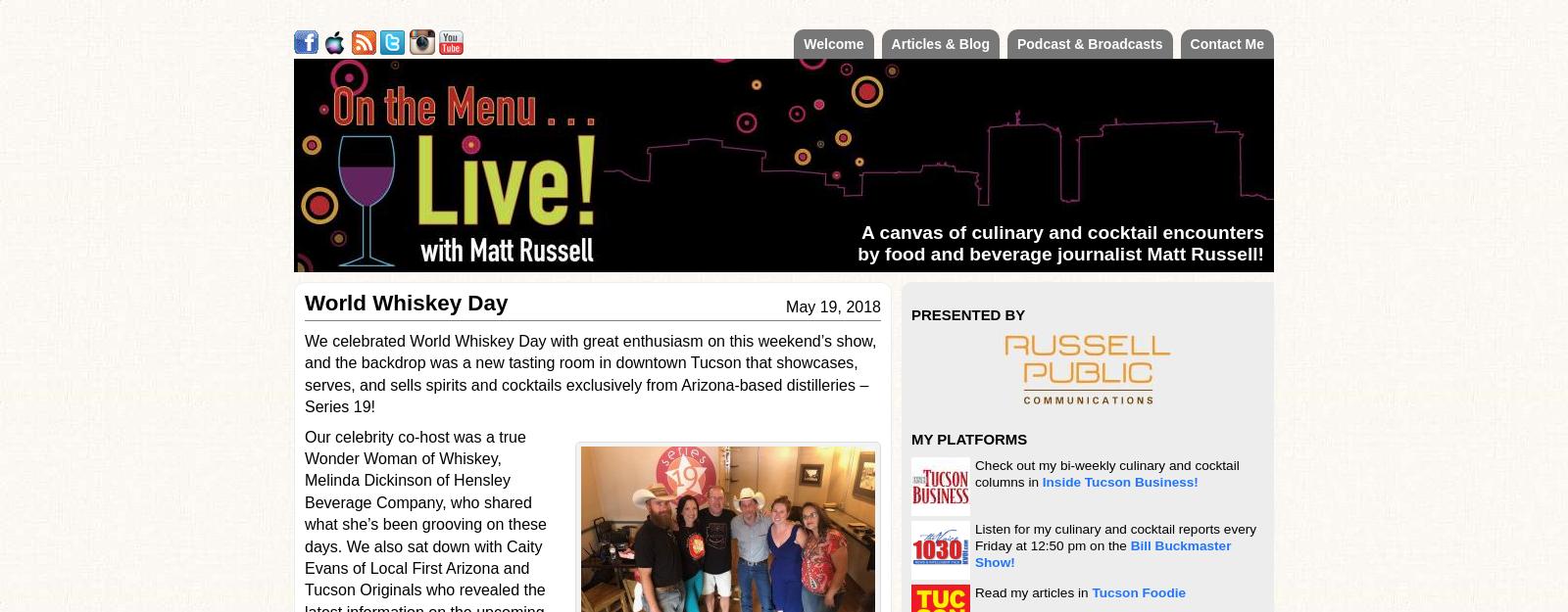  I want to click on 'by food and beverage journalist Matt Russell!', so click(1060, 254).